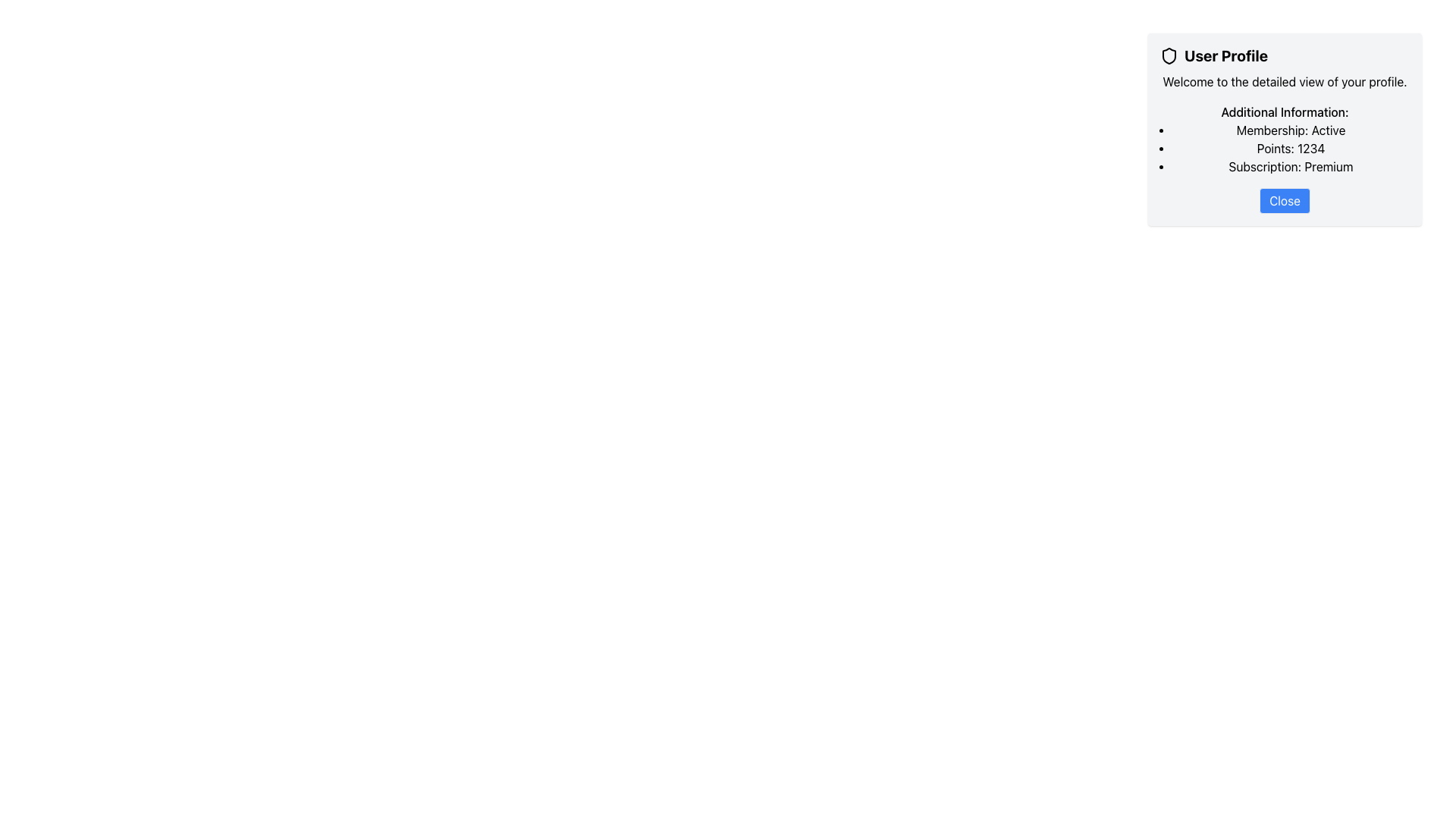  I want to click on the text label that serves as a header or title within the card interface, located below and to the right of the shield icon, so click(1226, 55).